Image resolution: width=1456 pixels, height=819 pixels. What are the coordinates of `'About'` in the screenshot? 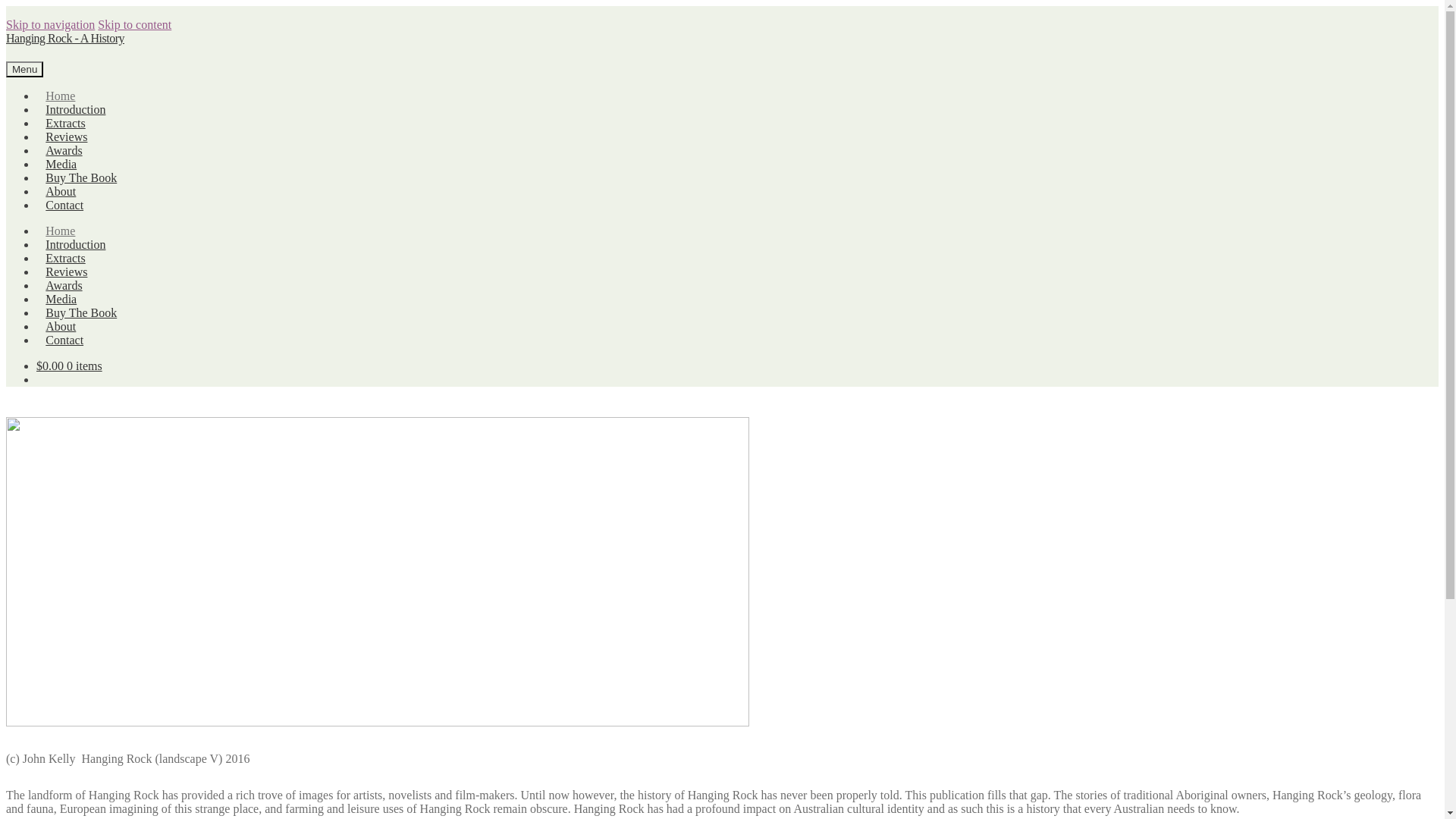 It's located at (36, 191).